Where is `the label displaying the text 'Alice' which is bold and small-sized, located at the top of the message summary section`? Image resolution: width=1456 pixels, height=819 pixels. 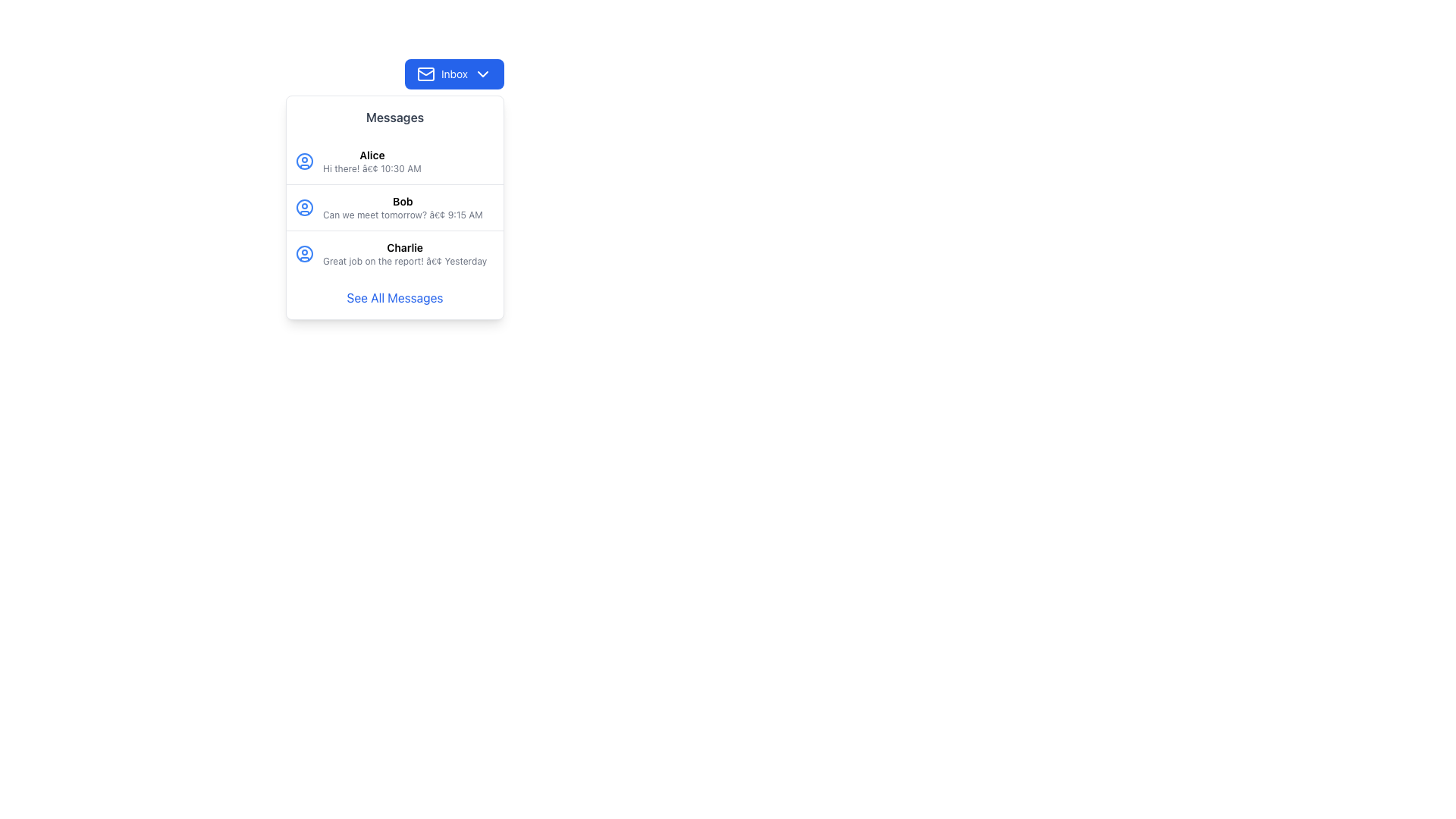 the label displaying the text 'Alice' which is bold and small-sized, located at the top of the message summary section is located at coordinates (372, 155).